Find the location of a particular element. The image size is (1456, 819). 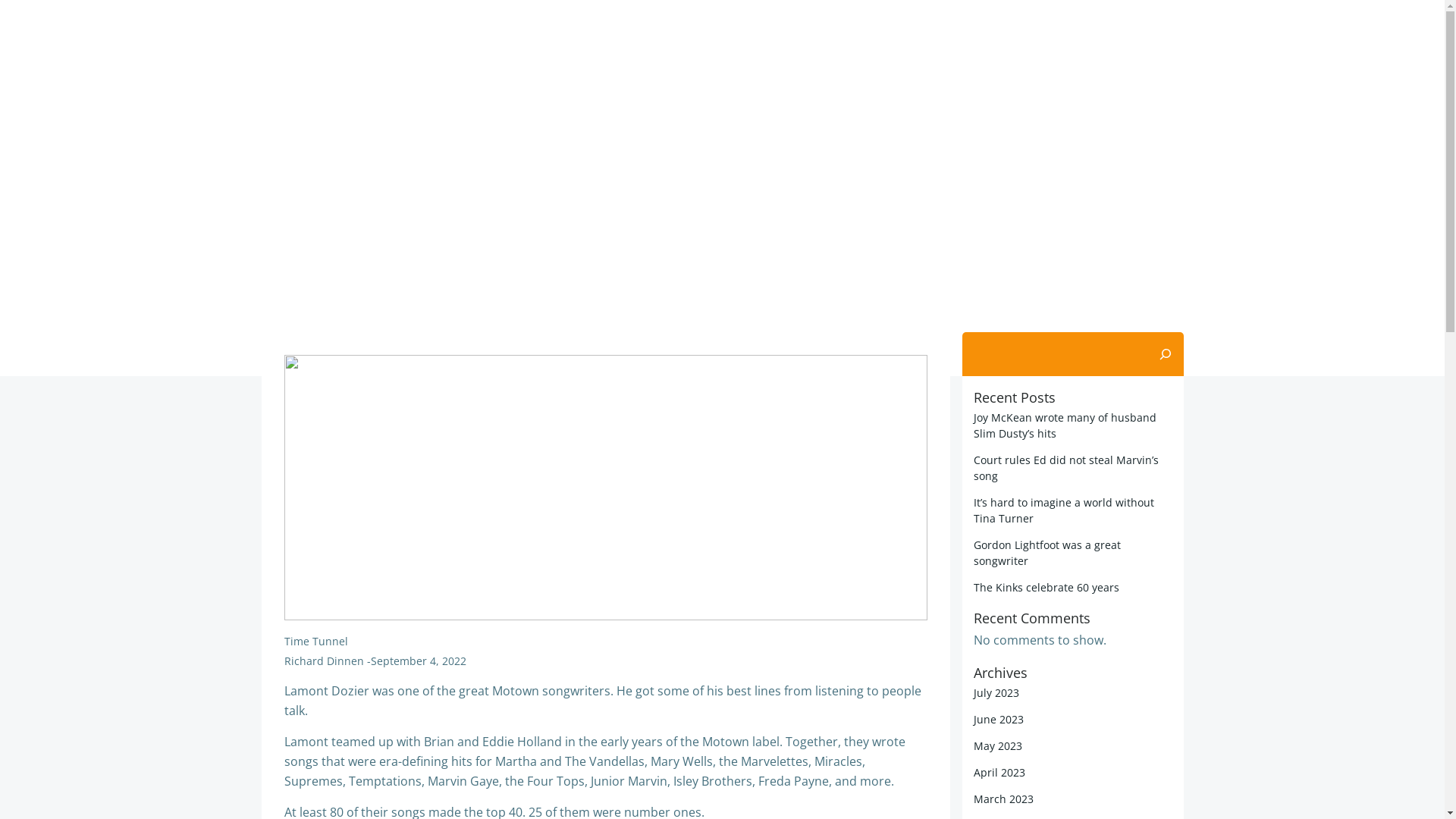

'Richard Dinnen' is located at coordinates (322, 660).